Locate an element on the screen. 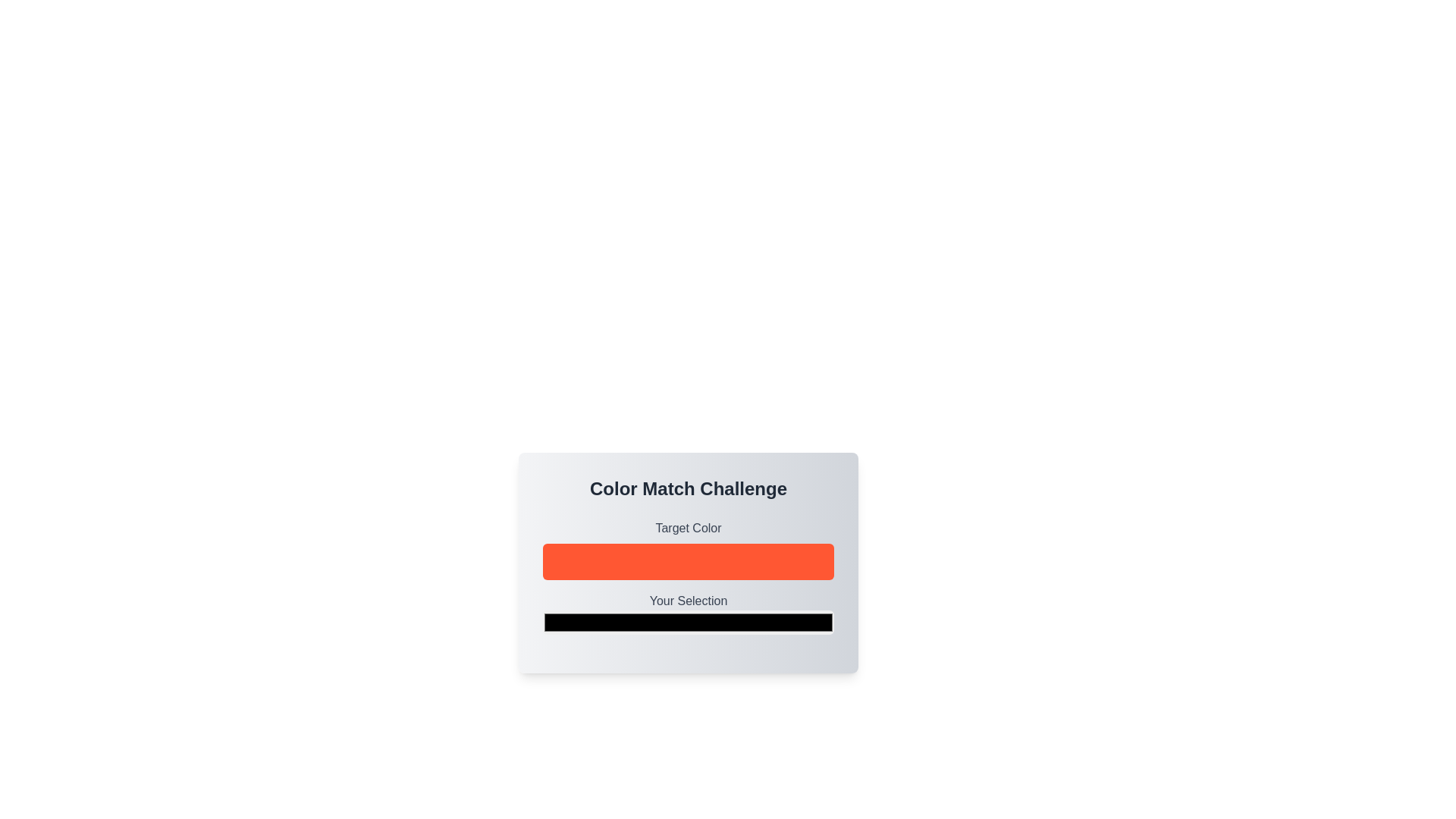 Image resolution: width=1456 pixels, height=819 pixels. the Color Display Area, which has a vibrant orange background and is located under the 'Target Color' label is located at coordinates (687, 578).